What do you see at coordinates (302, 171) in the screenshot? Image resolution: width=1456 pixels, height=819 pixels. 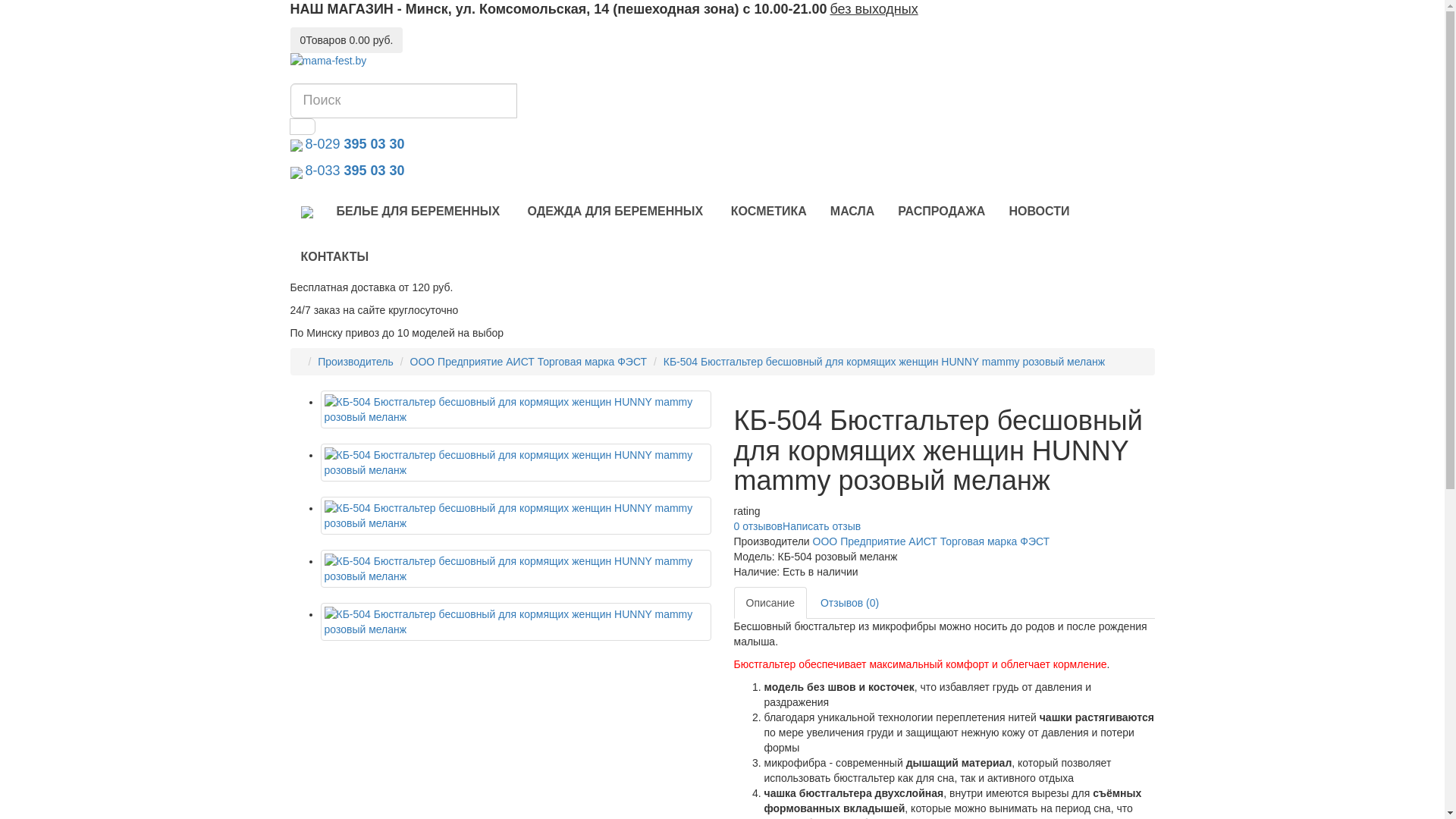 I see `'8-033 395 03 30'` at bounding box center [302, 171].